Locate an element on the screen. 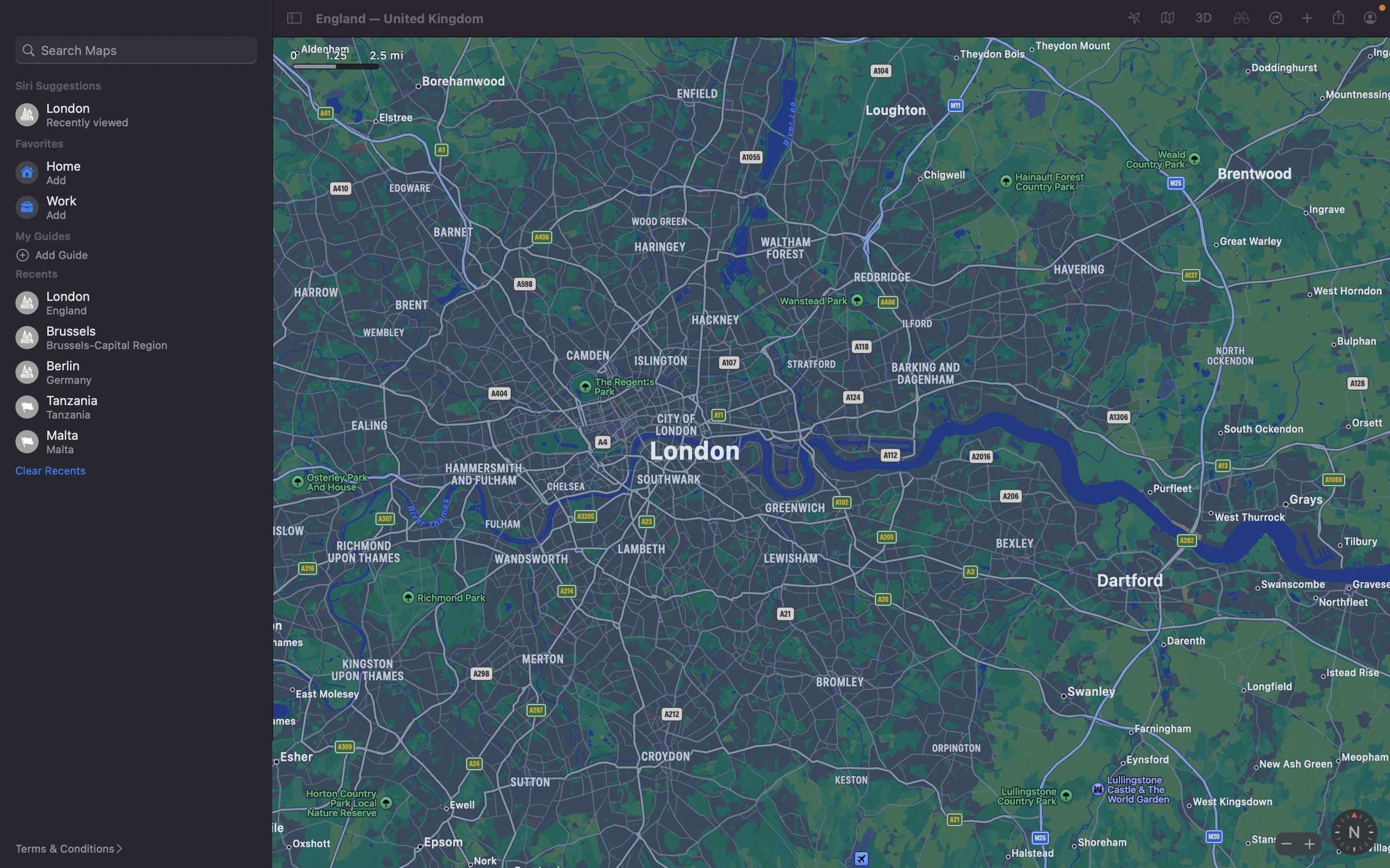  map"s zoom level is located at coordinates (1285, 843).